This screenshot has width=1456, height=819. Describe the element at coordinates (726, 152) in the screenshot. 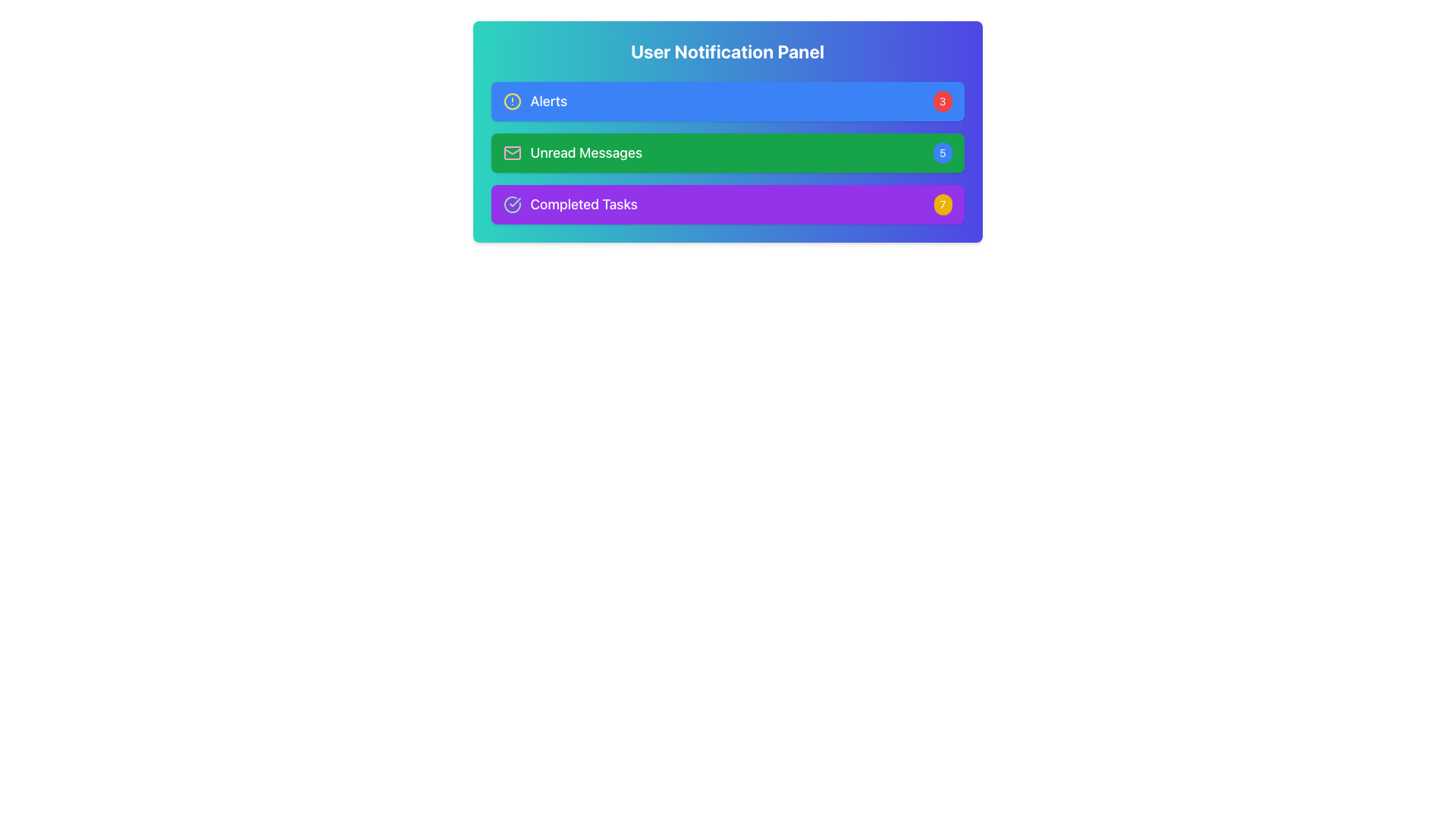

I see `the Notification Item in the User Notification Panel to interact with it` at that location.